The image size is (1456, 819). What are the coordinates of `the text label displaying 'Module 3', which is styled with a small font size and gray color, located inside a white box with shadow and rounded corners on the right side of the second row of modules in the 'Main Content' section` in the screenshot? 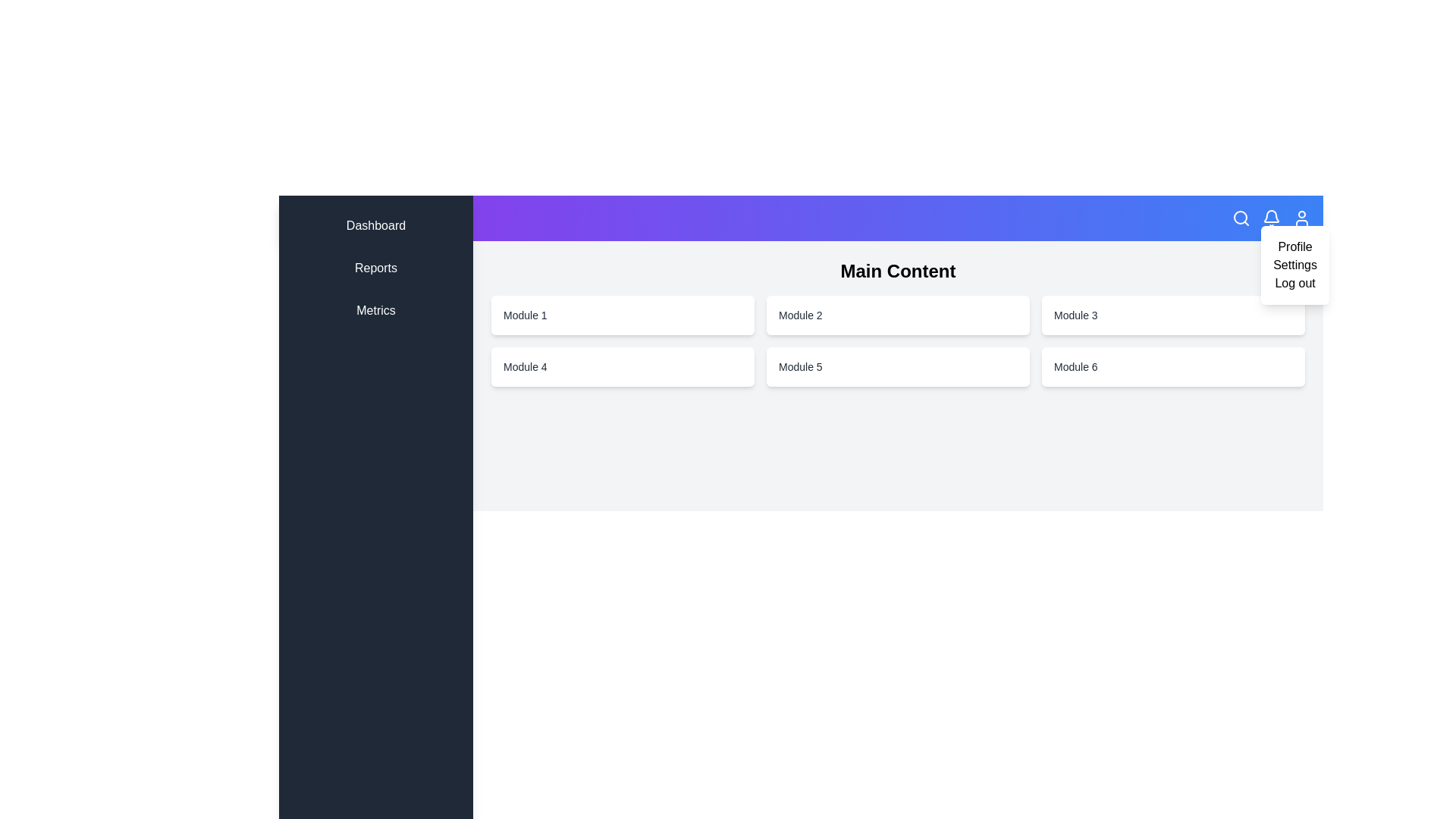 It's located at (1075, 315).